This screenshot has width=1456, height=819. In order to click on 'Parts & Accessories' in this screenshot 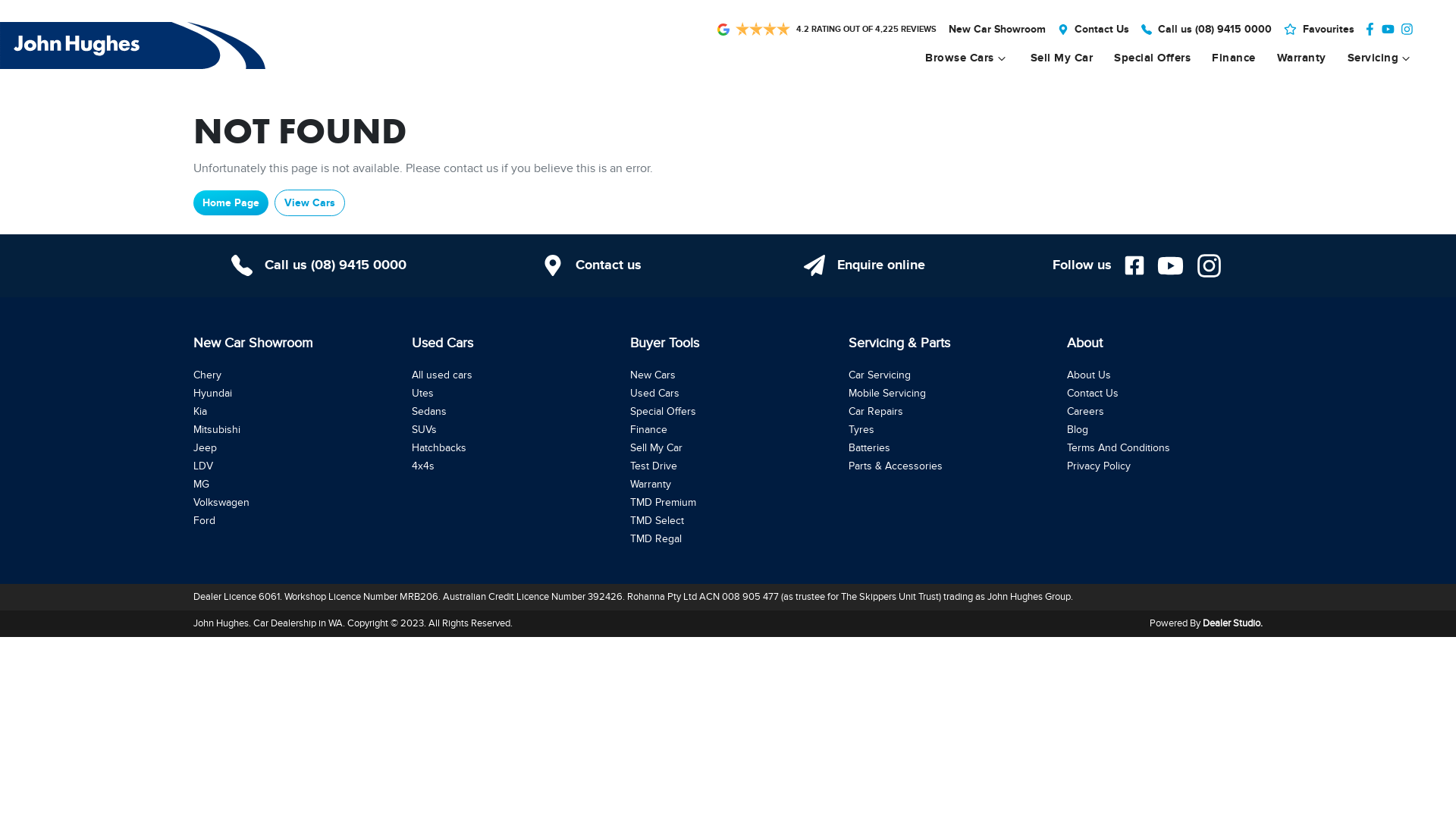, I will do `click(895, 465)`.